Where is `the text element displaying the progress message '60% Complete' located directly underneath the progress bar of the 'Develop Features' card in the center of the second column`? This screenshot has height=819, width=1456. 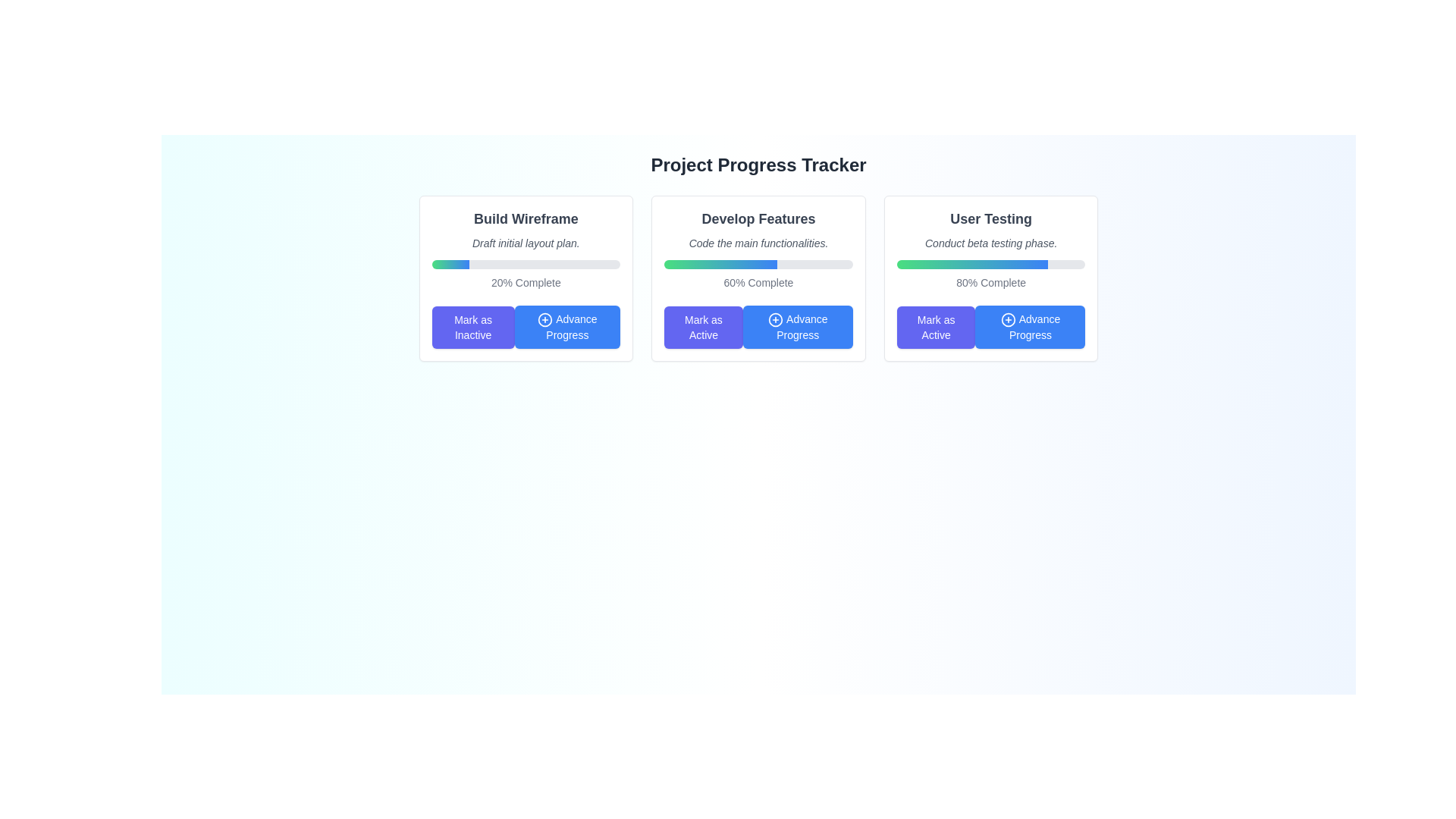
the text element displaying the progress message '60% Complete' located directly underneath the progress bar of the 'Develop Features' card in the center of the second column is located at coordinates (758, 283).